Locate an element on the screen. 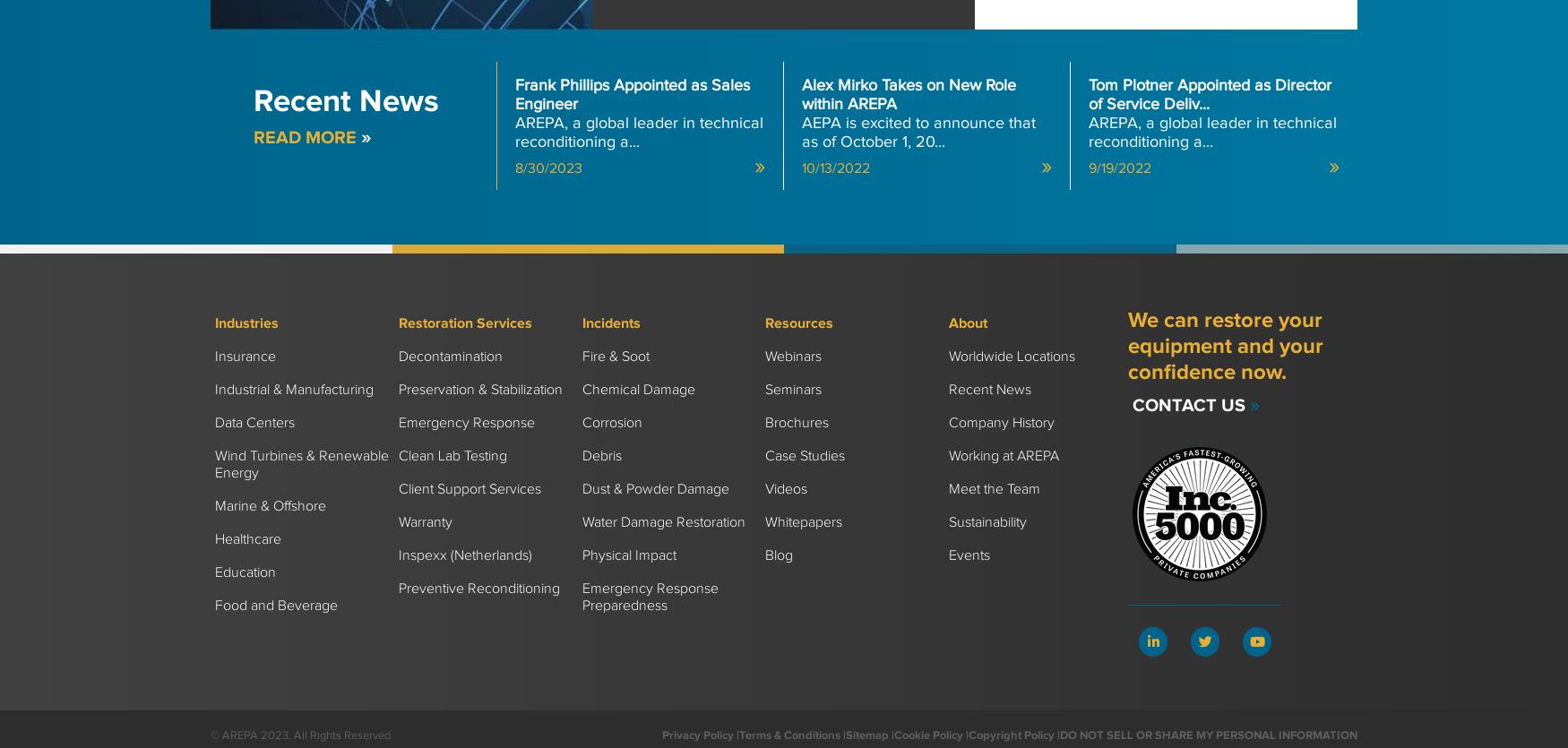  'Tom Plotner Appointed as Director of Service Deliv...' is located at coordinates (1089, 93).